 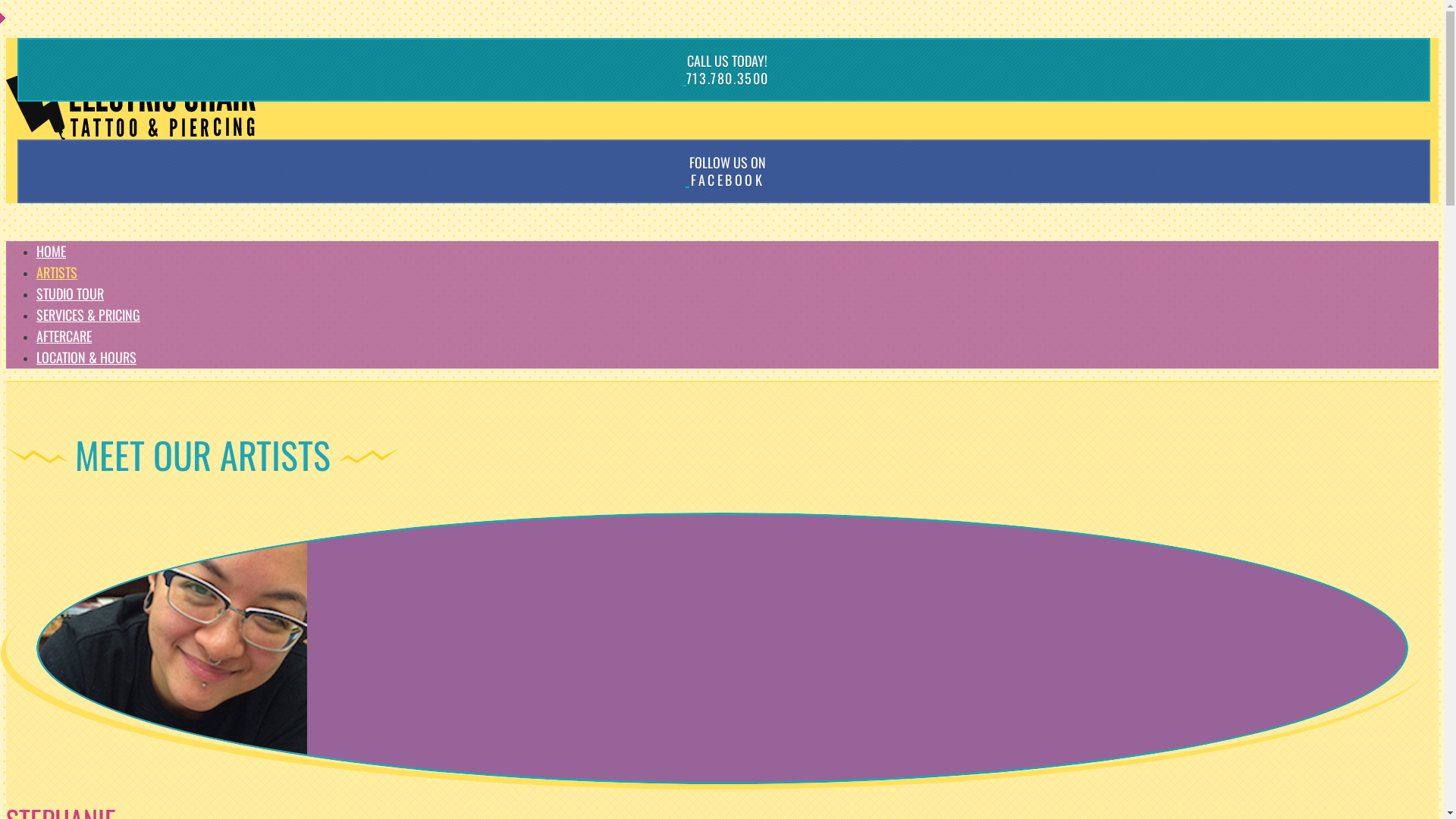 What do you see at coordinates (721, 70) in the screenshot?
I see `'CALL US TODAY!` at bounding box center [721, 70].